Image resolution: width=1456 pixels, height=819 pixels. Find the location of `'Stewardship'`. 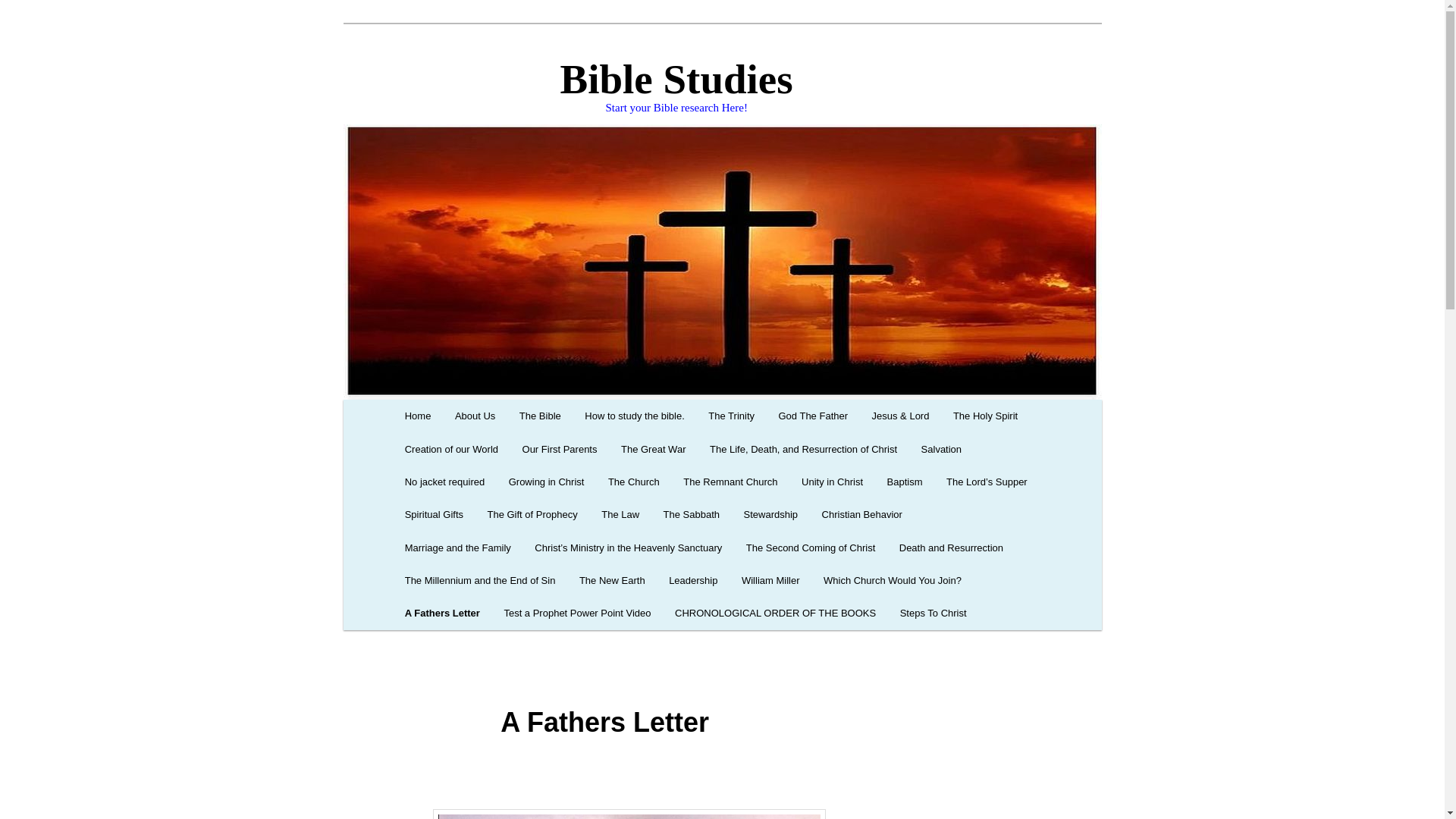

'Stewardship' is located at coordinates (770, 513).